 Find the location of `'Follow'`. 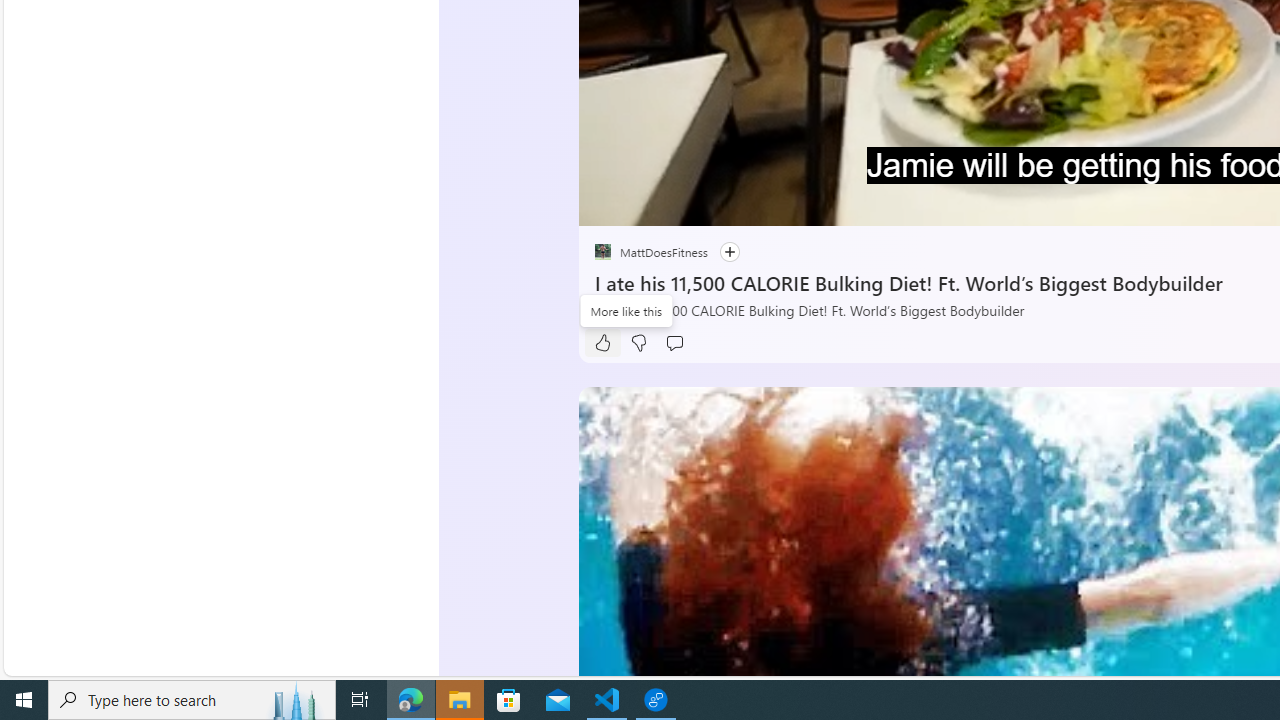

'Follow' is located at coordinates (728, 251).